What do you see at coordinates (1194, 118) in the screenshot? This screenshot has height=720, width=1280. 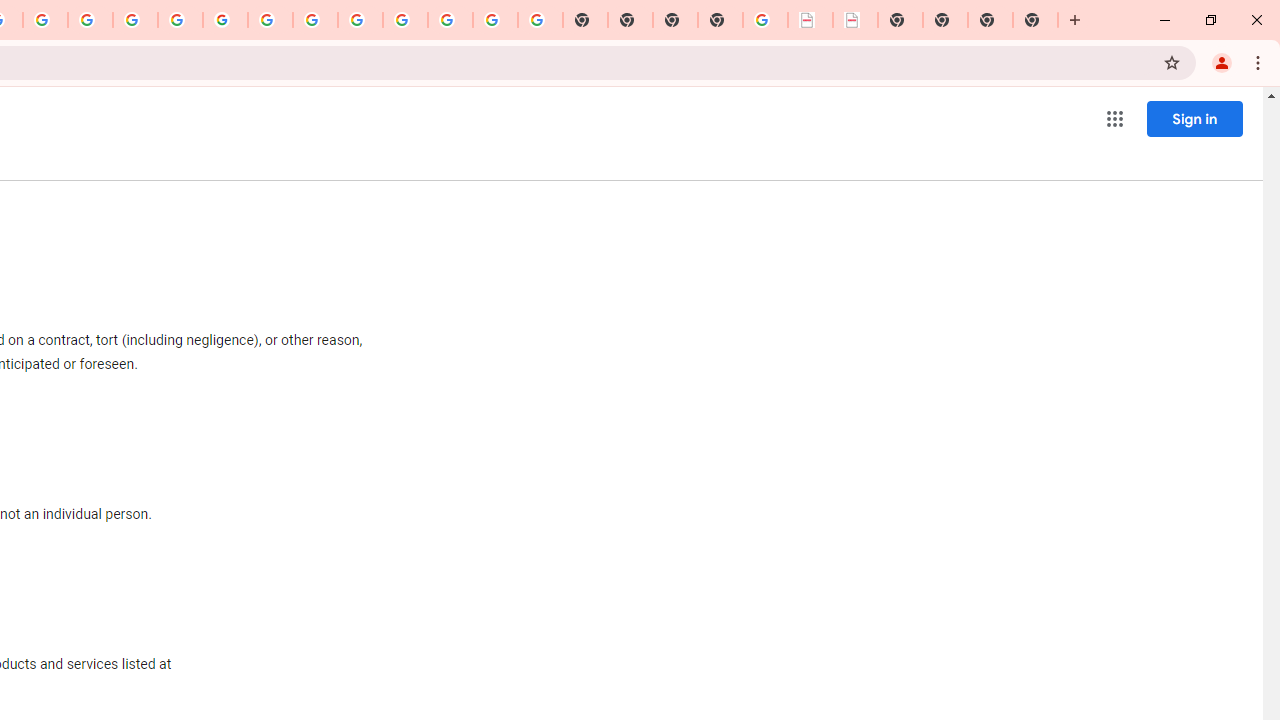 I see `'Sign in'` at bounding box center [1194, 118].